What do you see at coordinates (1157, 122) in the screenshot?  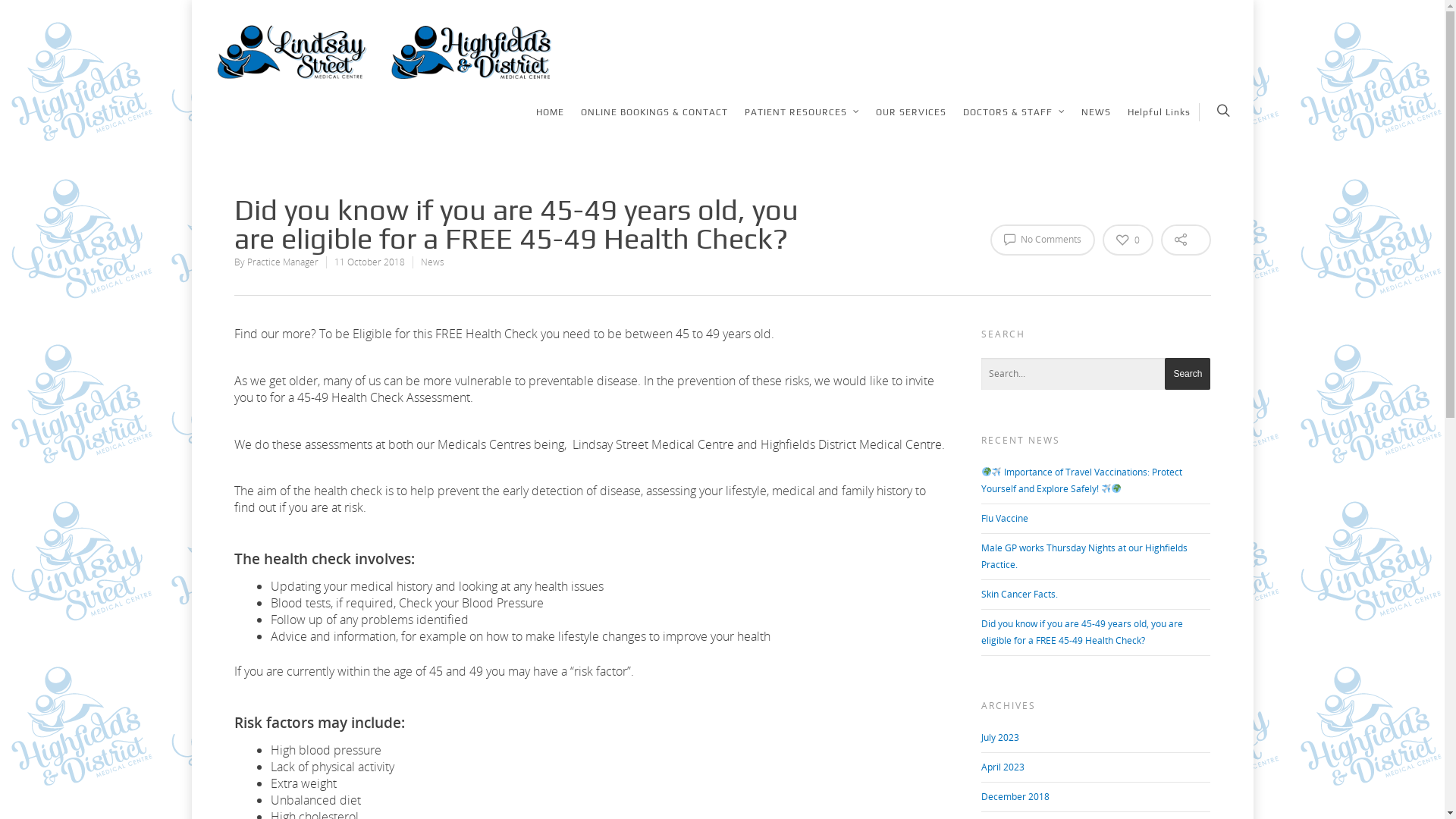 I see `'Helpful Links'` at bounding box center [1157, 122].